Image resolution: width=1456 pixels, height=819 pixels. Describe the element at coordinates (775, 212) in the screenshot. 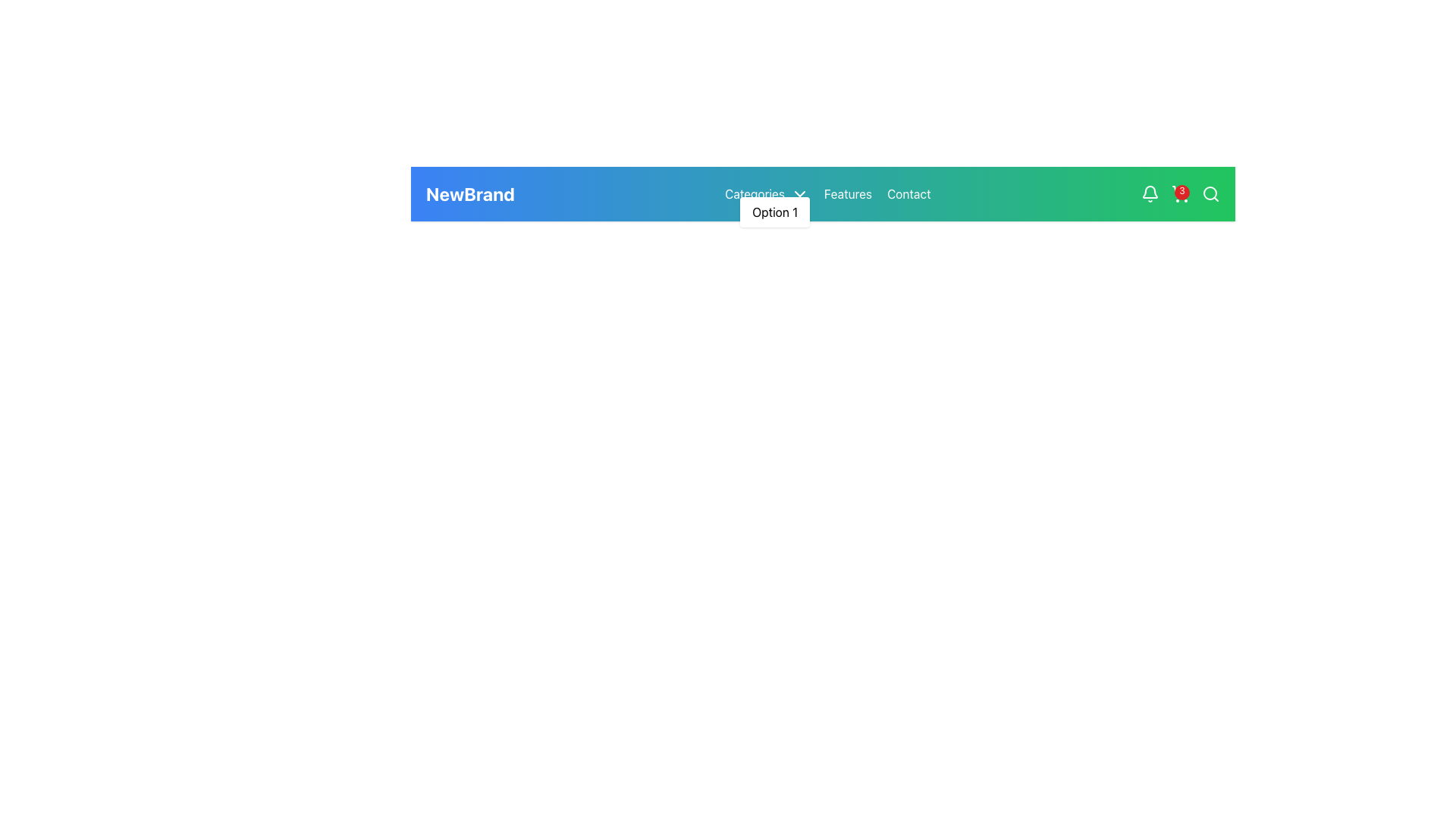

I see `the 'Option 1' link` at that location.